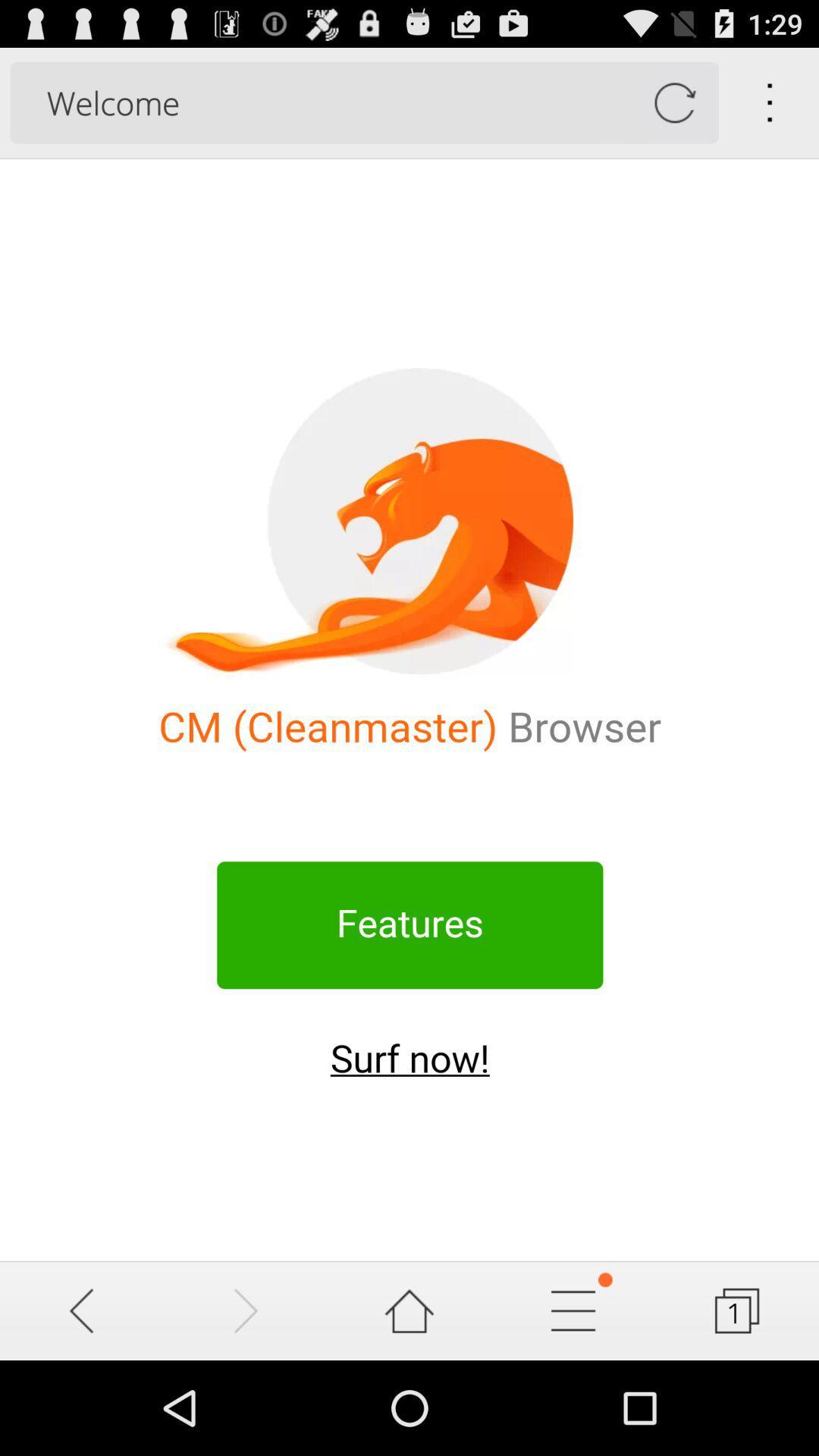  Describe the element at coordinates (573, 1310) in the screenshot. I see `open menu` at that location.